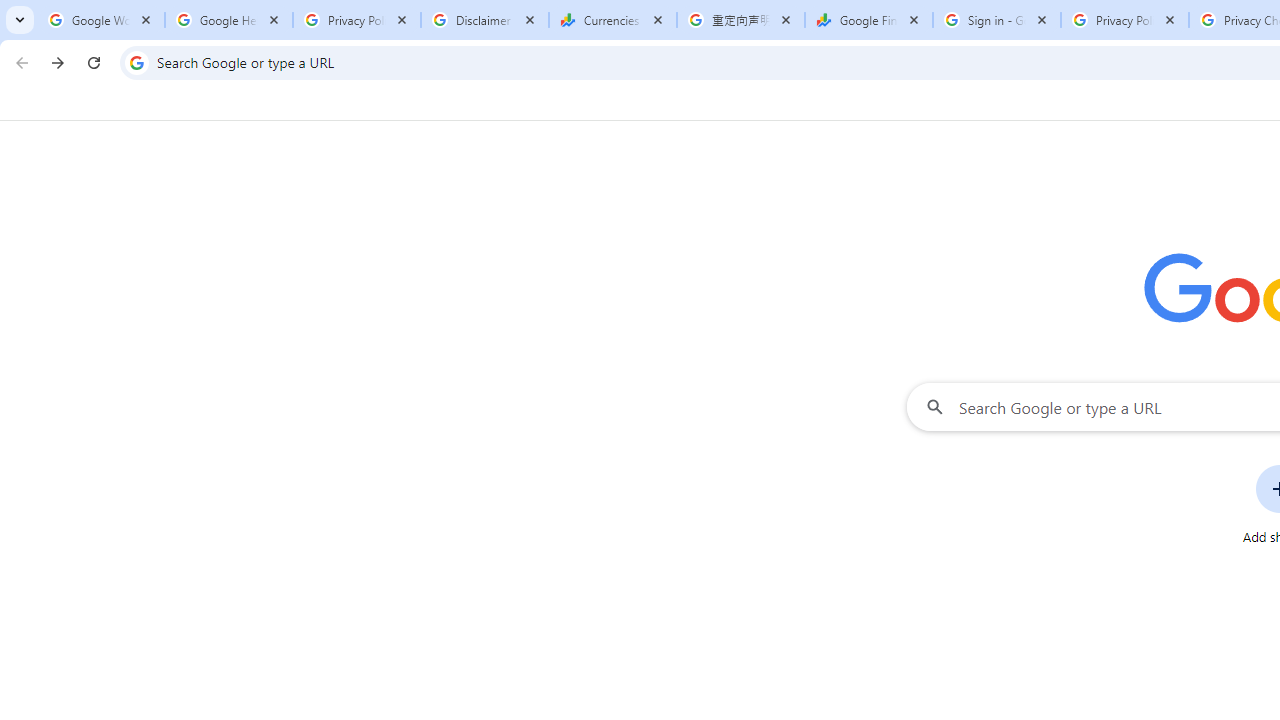 Image resolution: width=1280 pixels, height=720 pixels. What do you see at coordinates (100, 20) in the screenshot?
I see `'Google Workspace Admin Community'` at bounding box center [100, 20].